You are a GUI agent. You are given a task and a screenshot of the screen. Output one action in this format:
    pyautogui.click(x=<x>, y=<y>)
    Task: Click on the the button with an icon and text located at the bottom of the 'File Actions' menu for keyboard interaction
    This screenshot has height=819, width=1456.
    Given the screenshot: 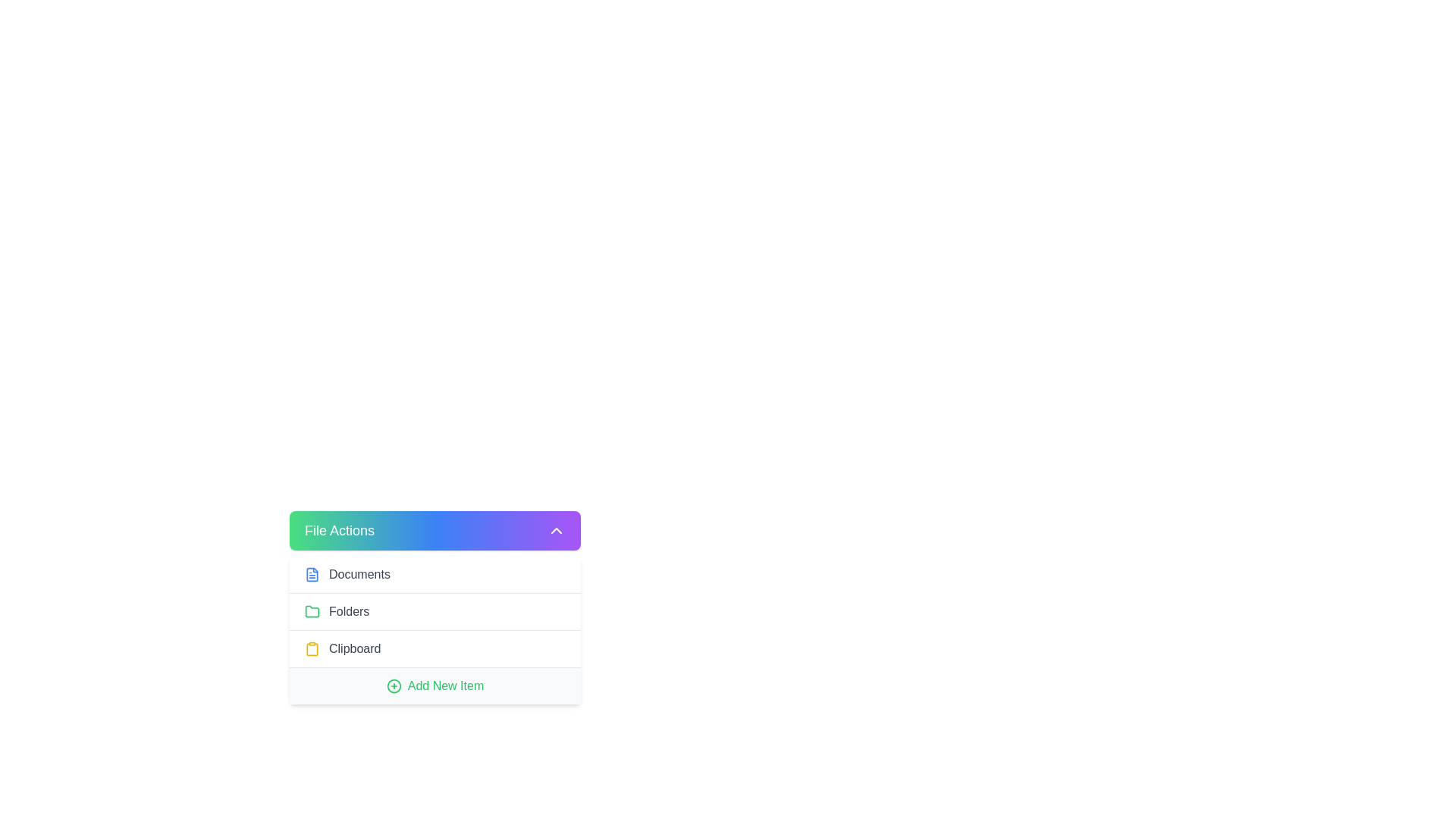 What is the action you would take?
    pyautogui.click(x=435, y=686)
    